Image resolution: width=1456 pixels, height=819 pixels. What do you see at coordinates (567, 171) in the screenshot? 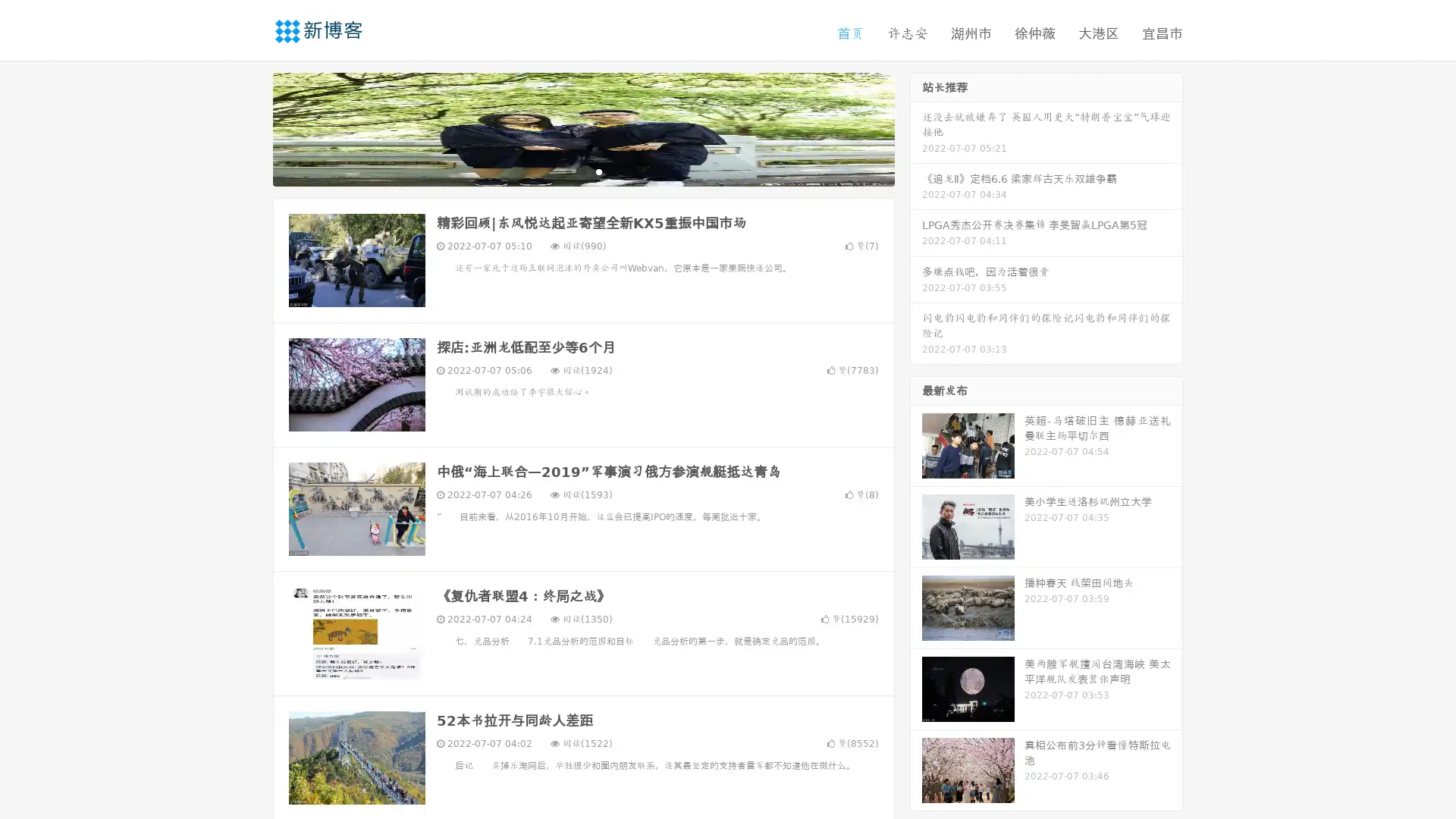
I see `Go to slide 1` at bounding box center [567, 171].